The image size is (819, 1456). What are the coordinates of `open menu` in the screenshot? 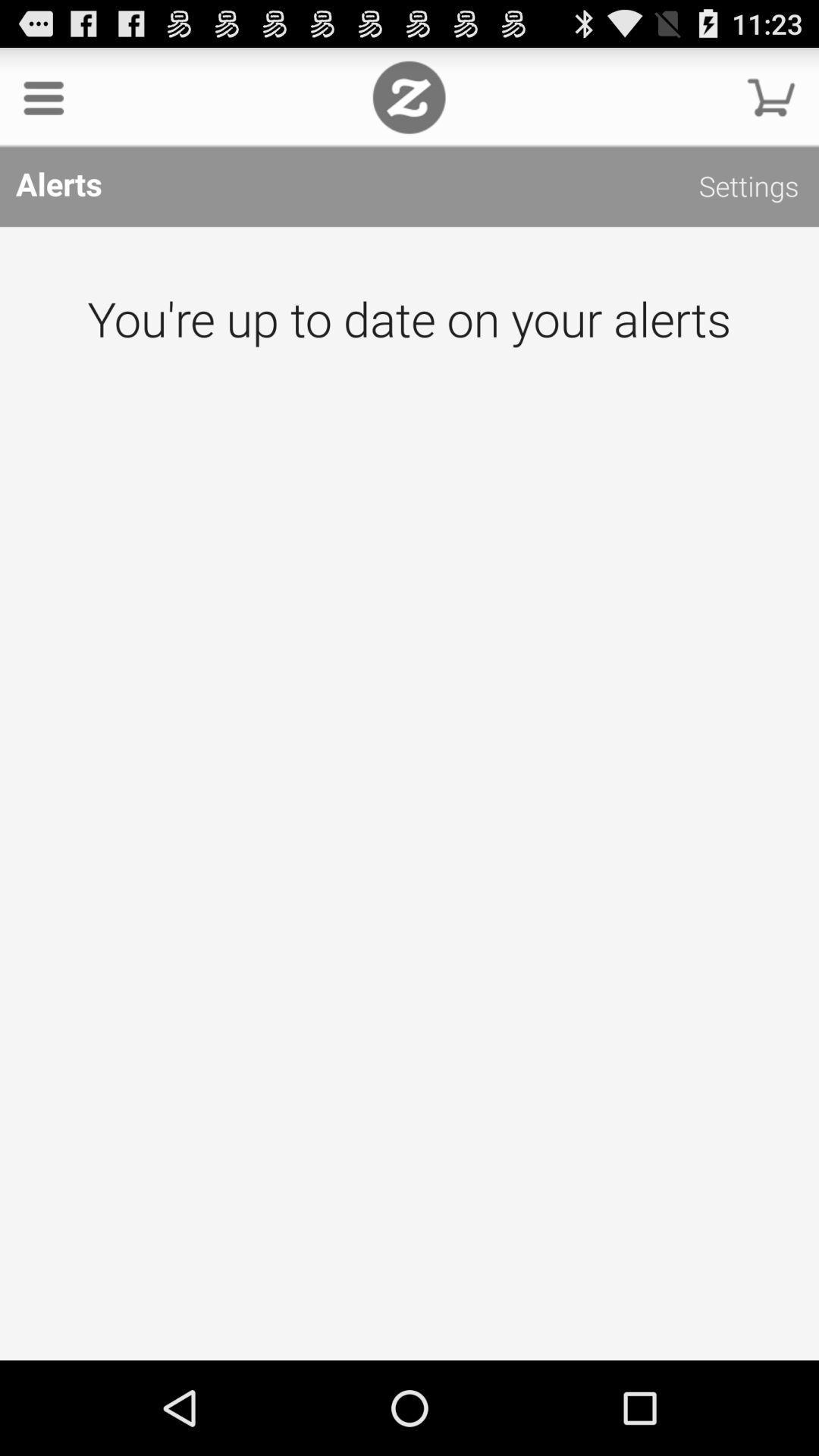 It's located at (42, 96).